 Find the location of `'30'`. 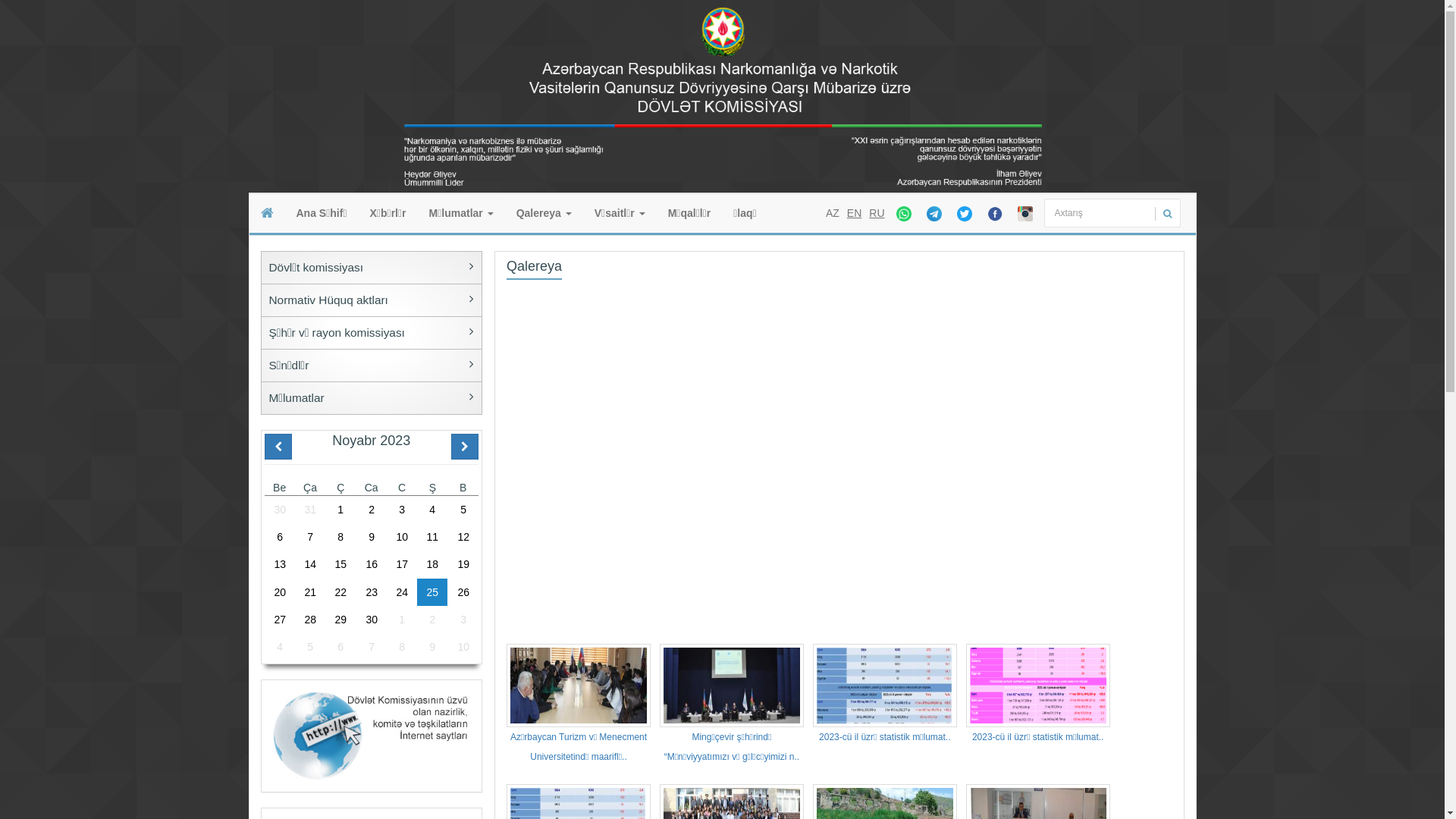

'30' is located at coordinates (263, 509).